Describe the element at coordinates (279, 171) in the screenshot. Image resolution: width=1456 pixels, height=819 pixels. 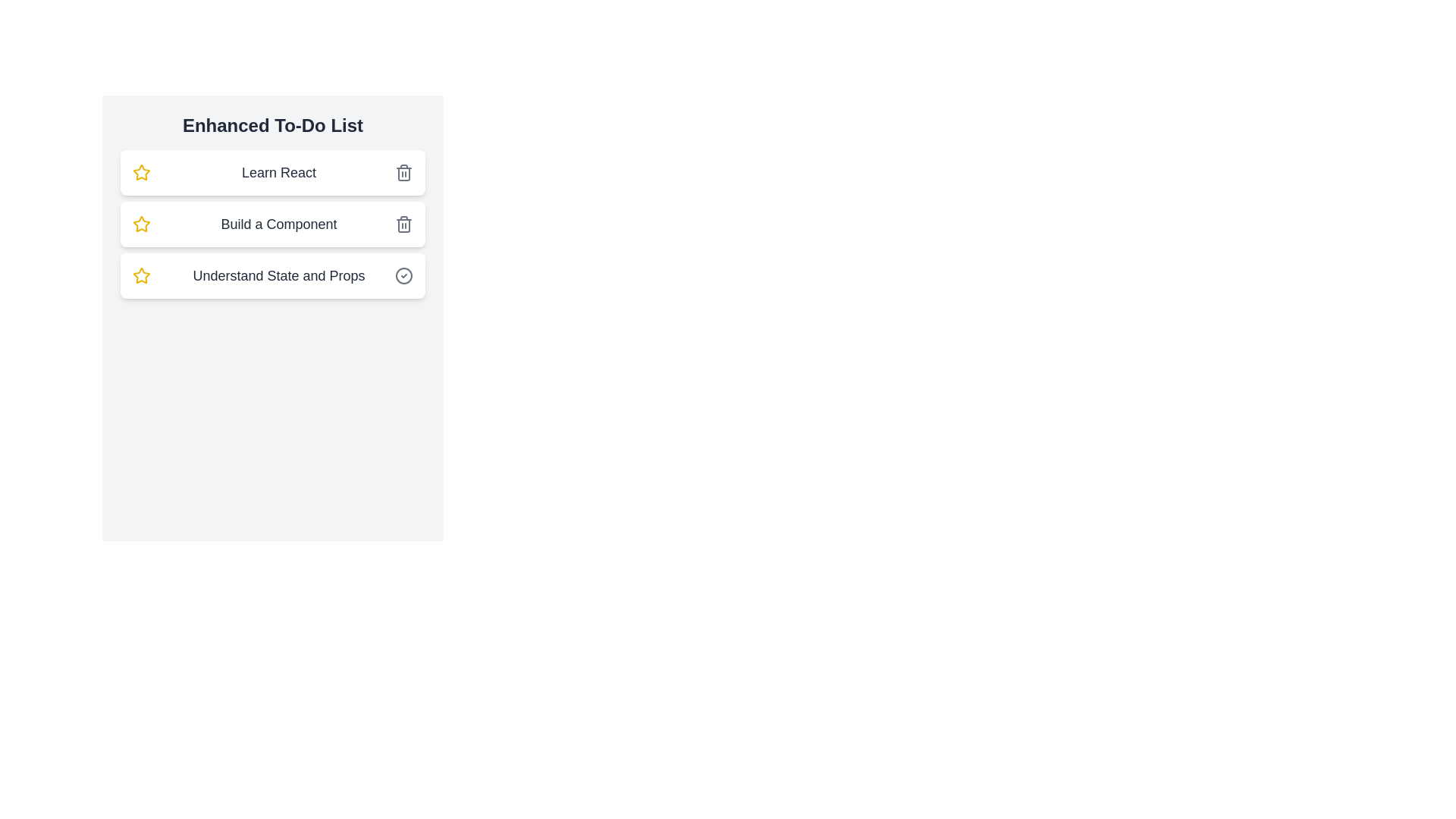
I see `the informational text label that describes the task 'Learn React', which is the title for the first item in a vertical list of three similar styled list items` at that location.